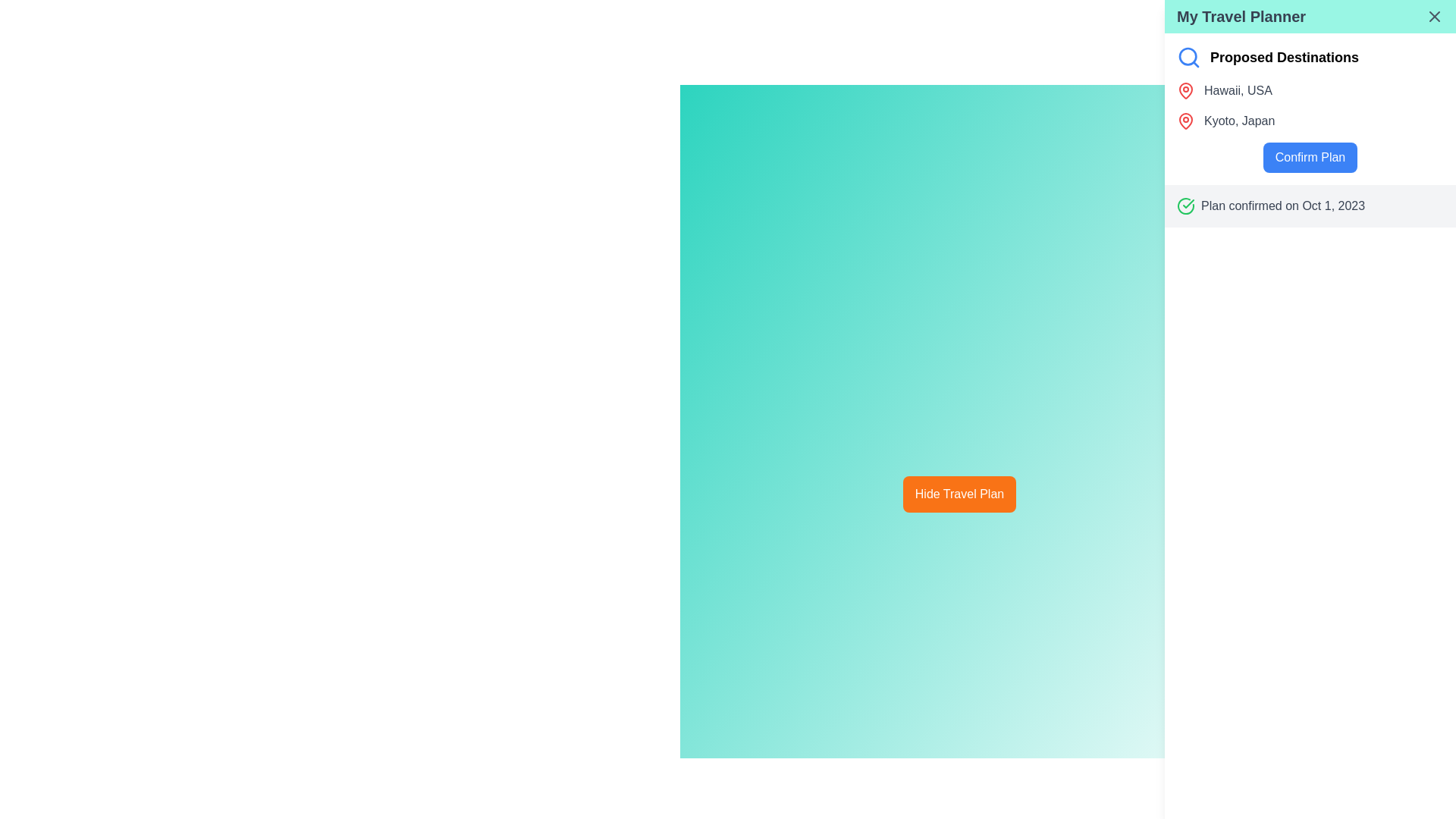 This screenshot has width=1456, height=819. I want to click on the red pin icon representing a geographical location, located in the right panel under 'My Travel Planner' next to 'Kyoto, Japan', so click(1185, 119).